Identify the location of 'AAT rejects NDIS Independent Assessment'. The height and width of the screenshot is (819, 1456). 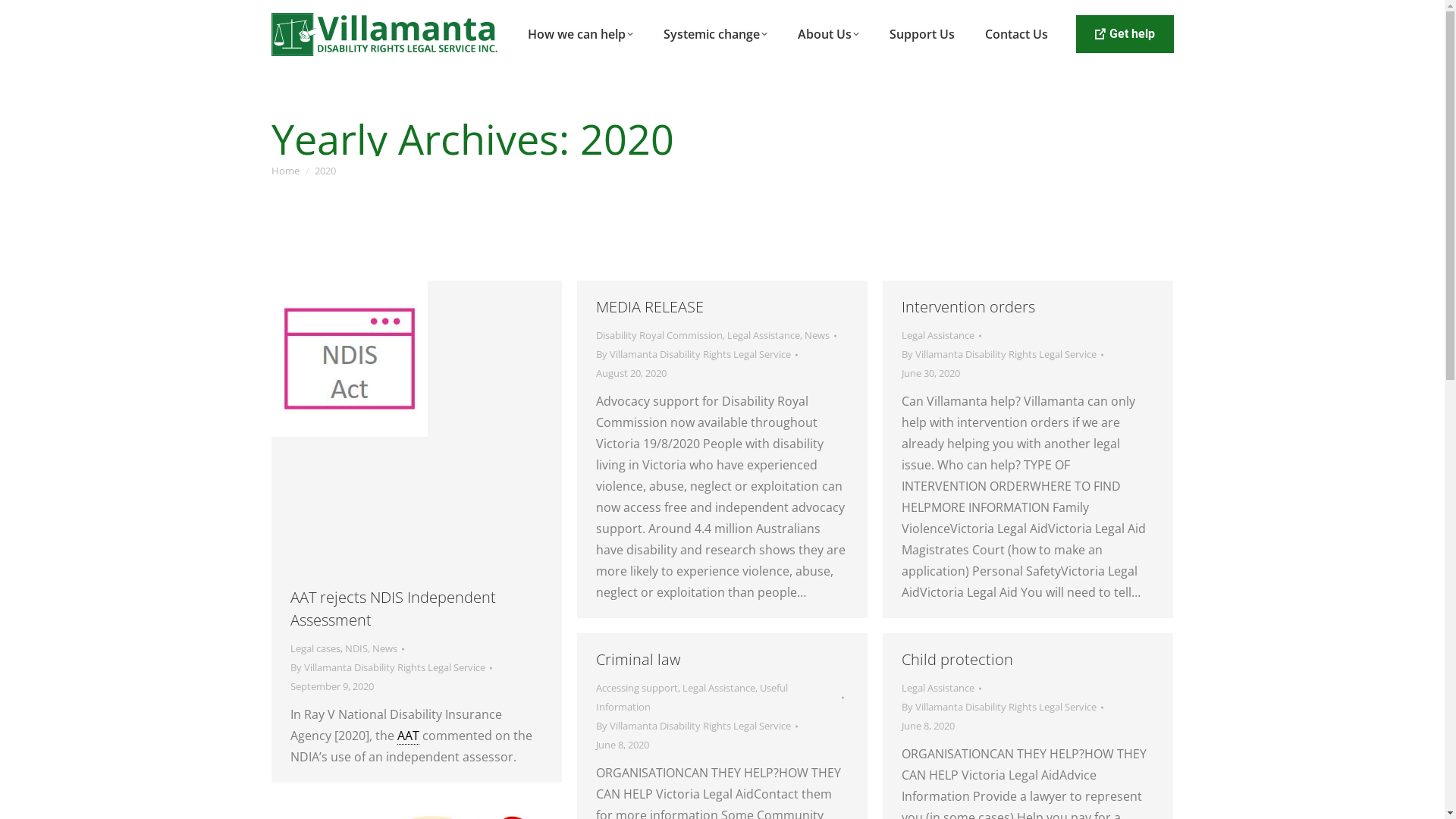
(392, 607).